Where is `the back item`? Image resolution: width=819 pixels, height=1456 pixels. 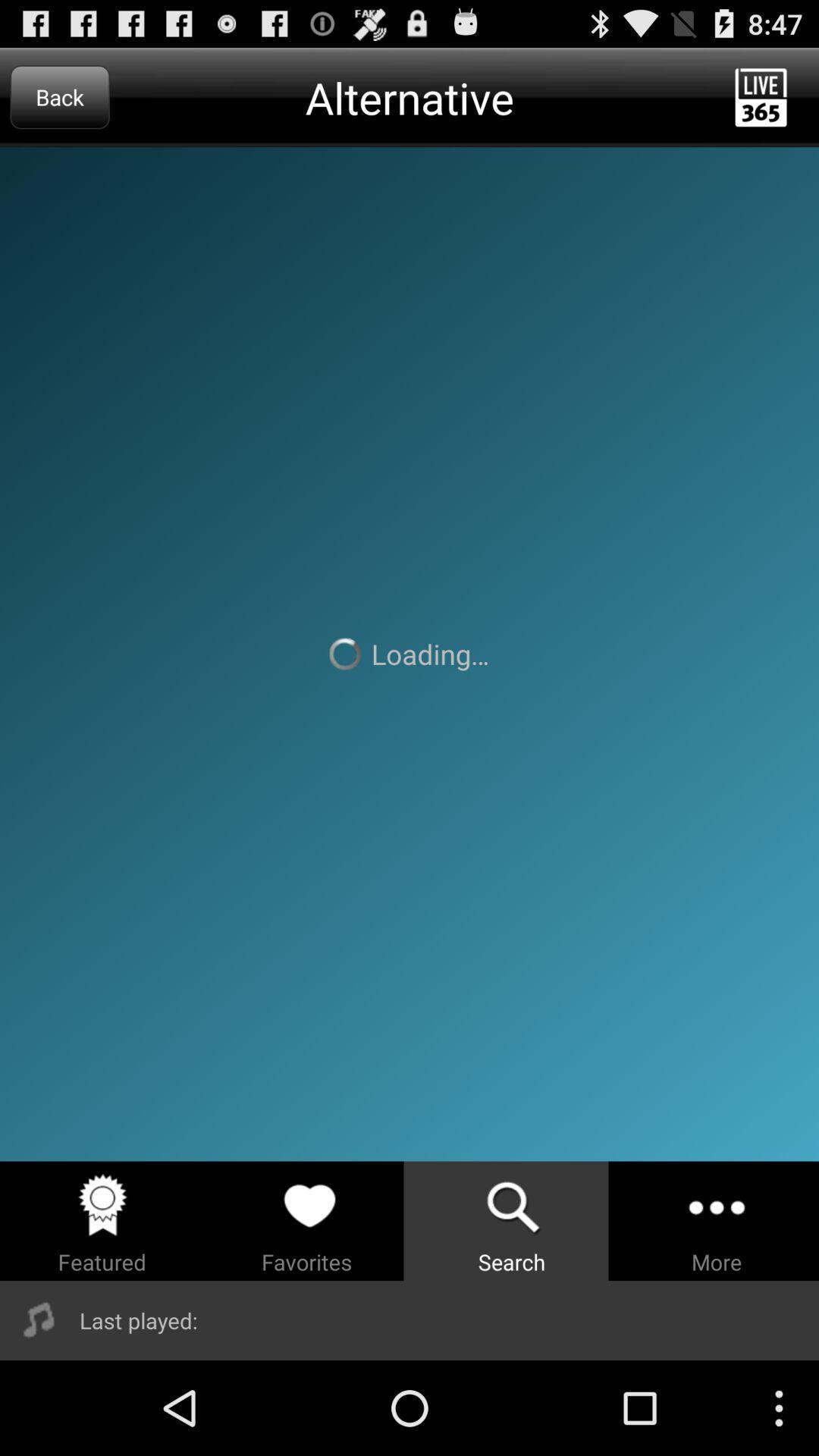 the back item is located at coordinates (59, 96).